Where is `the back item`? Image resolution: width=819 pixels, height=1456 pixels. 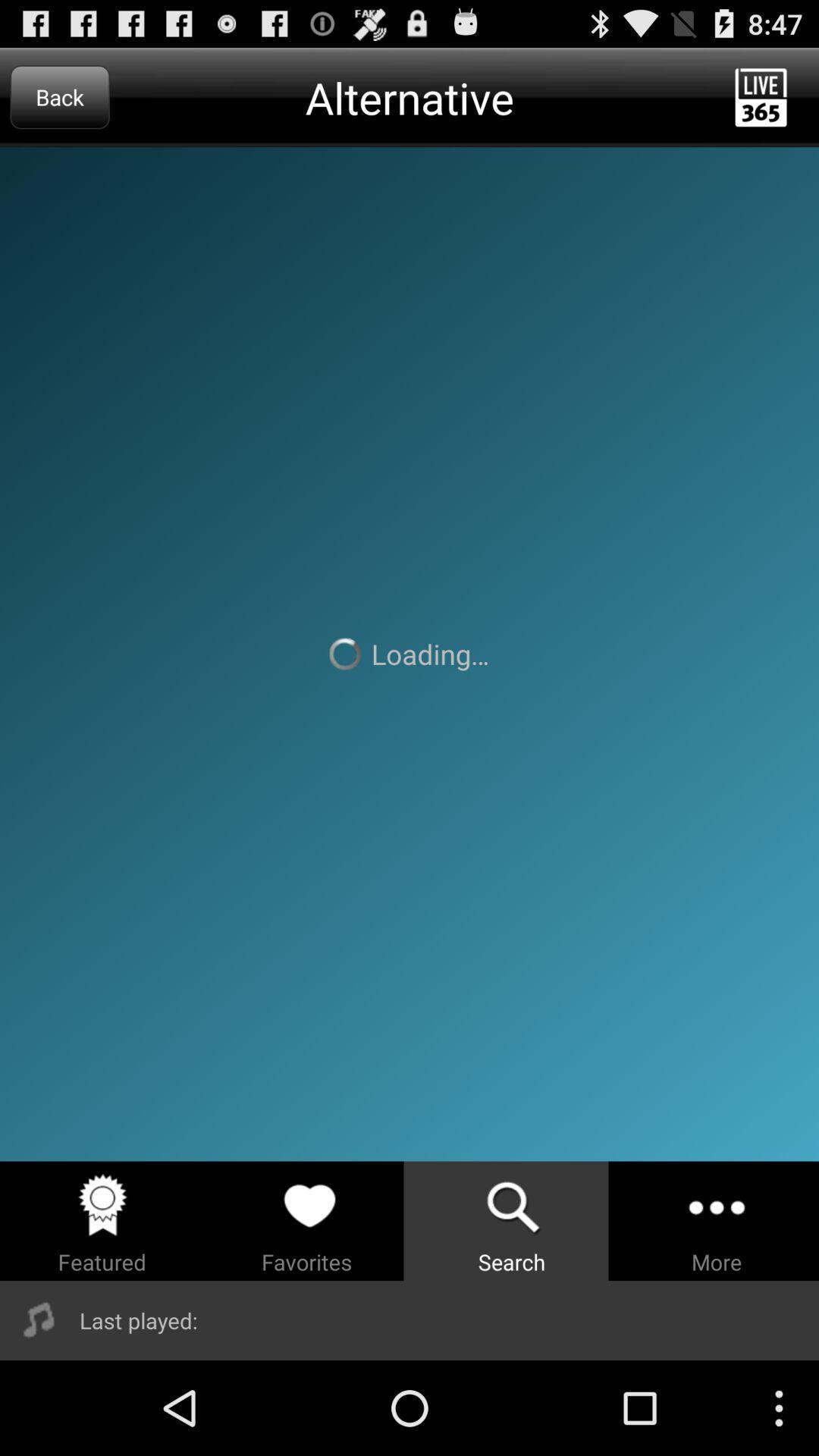 the back item is located at coordinates (59, 96).